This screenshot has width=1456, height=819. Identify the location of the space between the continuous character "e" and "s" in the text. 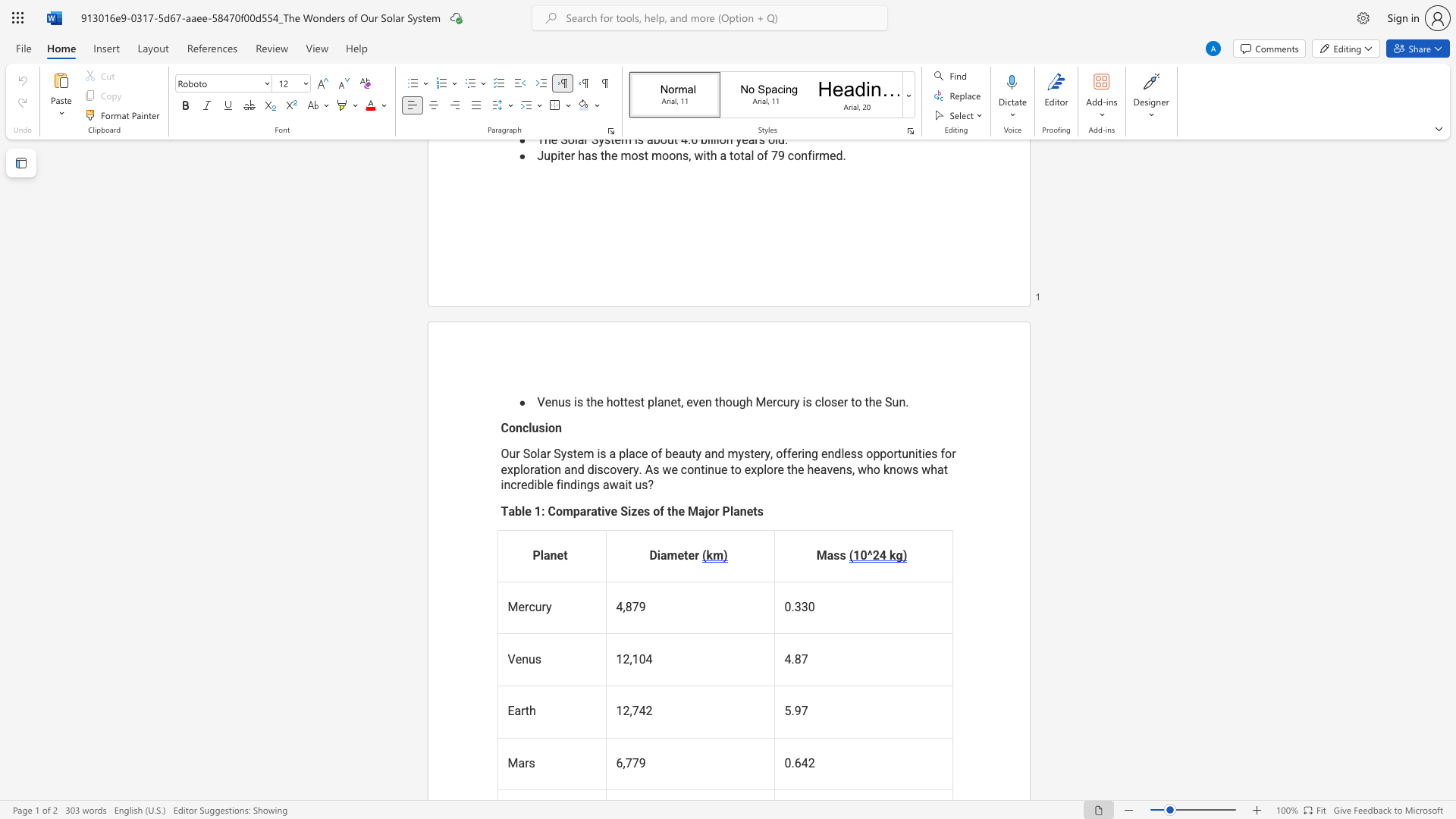
(644, 511).